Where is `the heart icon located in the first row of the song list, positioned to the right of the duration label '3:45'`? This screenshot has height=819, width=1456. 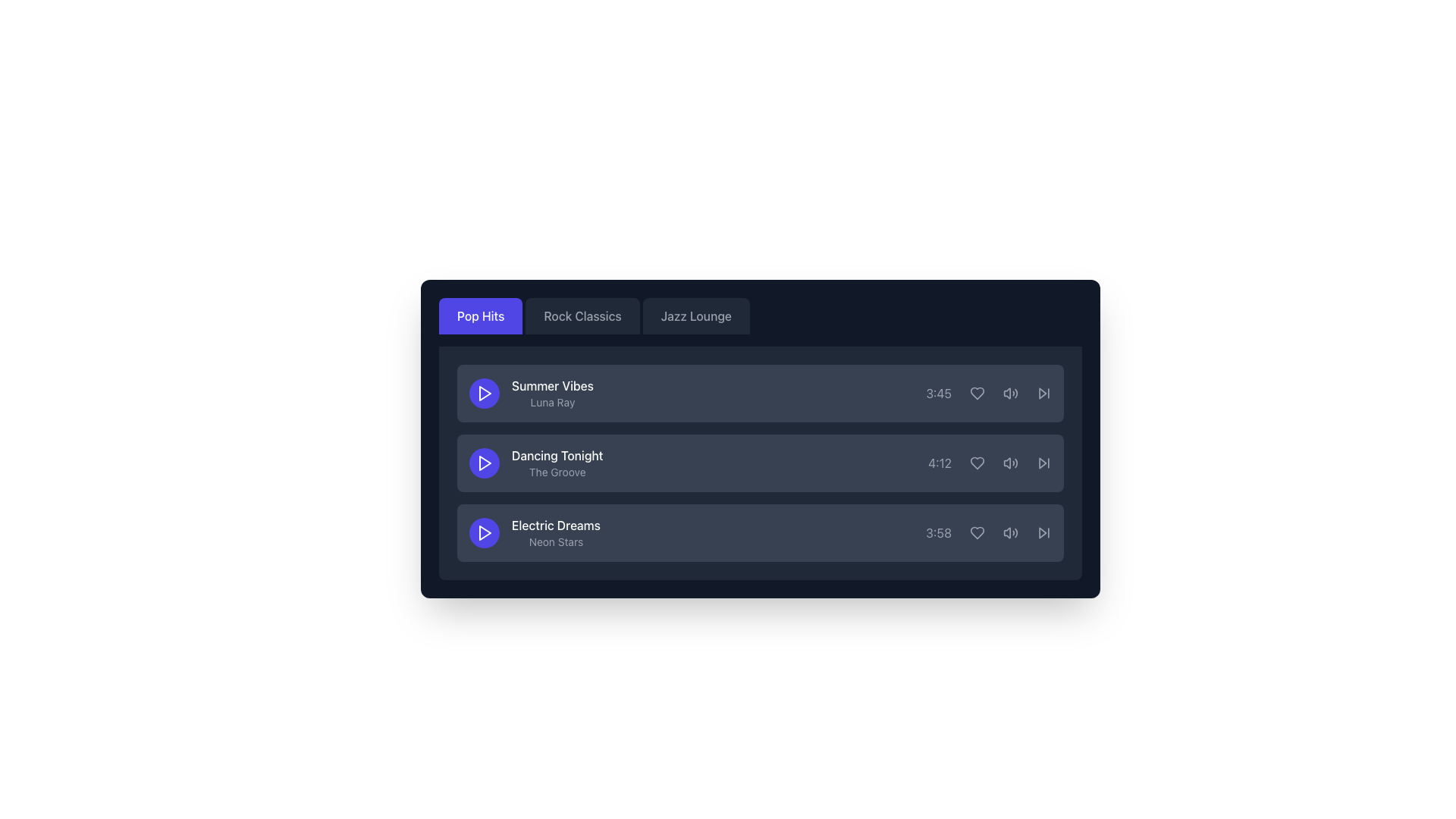 the heart icon located in the first row of the song list, positioned to the right of the duration label '3:45' is located at coordinates (977, 393).